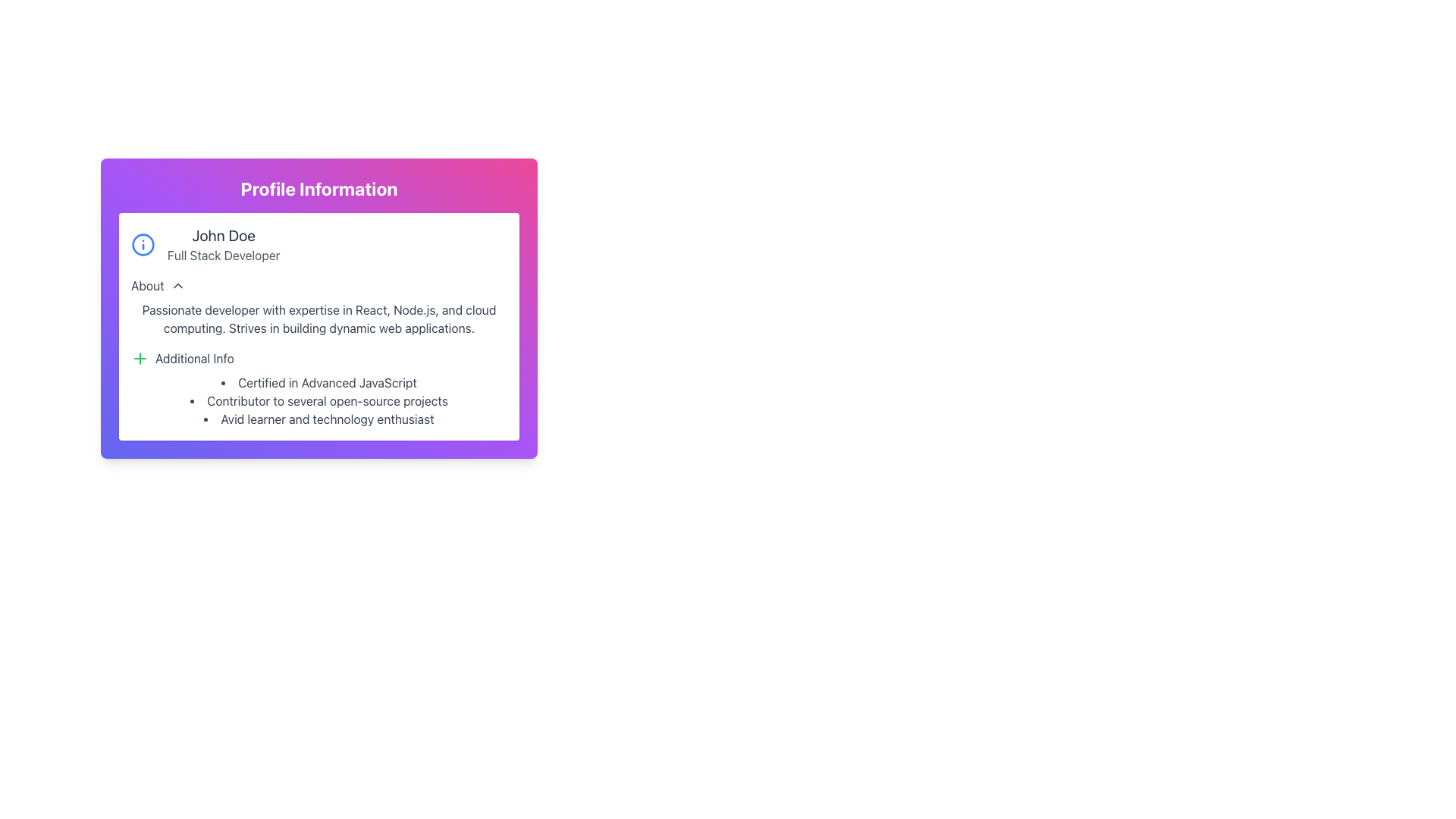  Describe the element at coordinates (223, 236) in the screenshot. I see `the static text element that reads 'John Doe', which is styled with a larger font size and dark gray color, located in the card under the 'Profile Information' header` at that location.